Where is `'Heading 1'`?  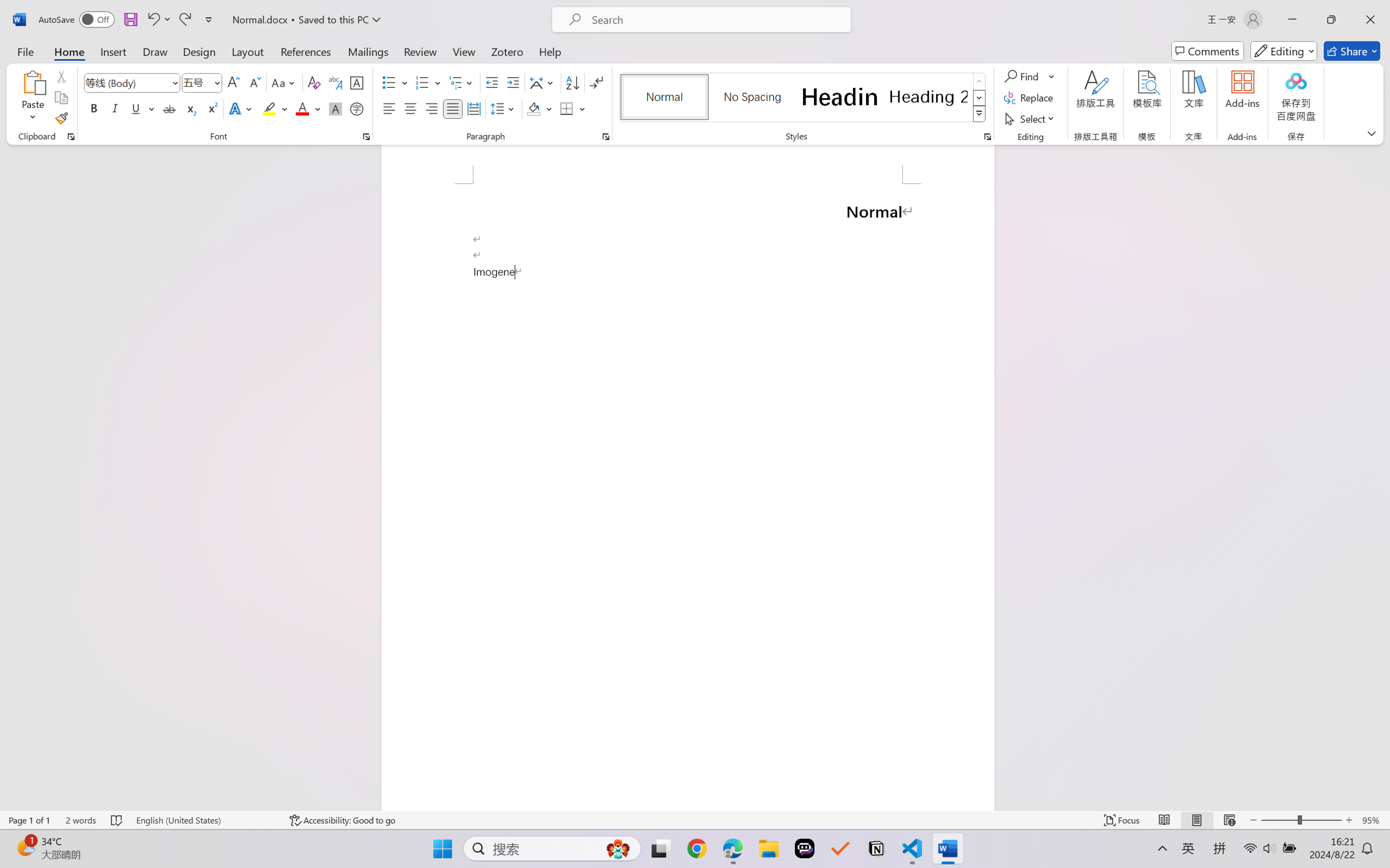
'Heading 1' is located at coordinates (839, 96).